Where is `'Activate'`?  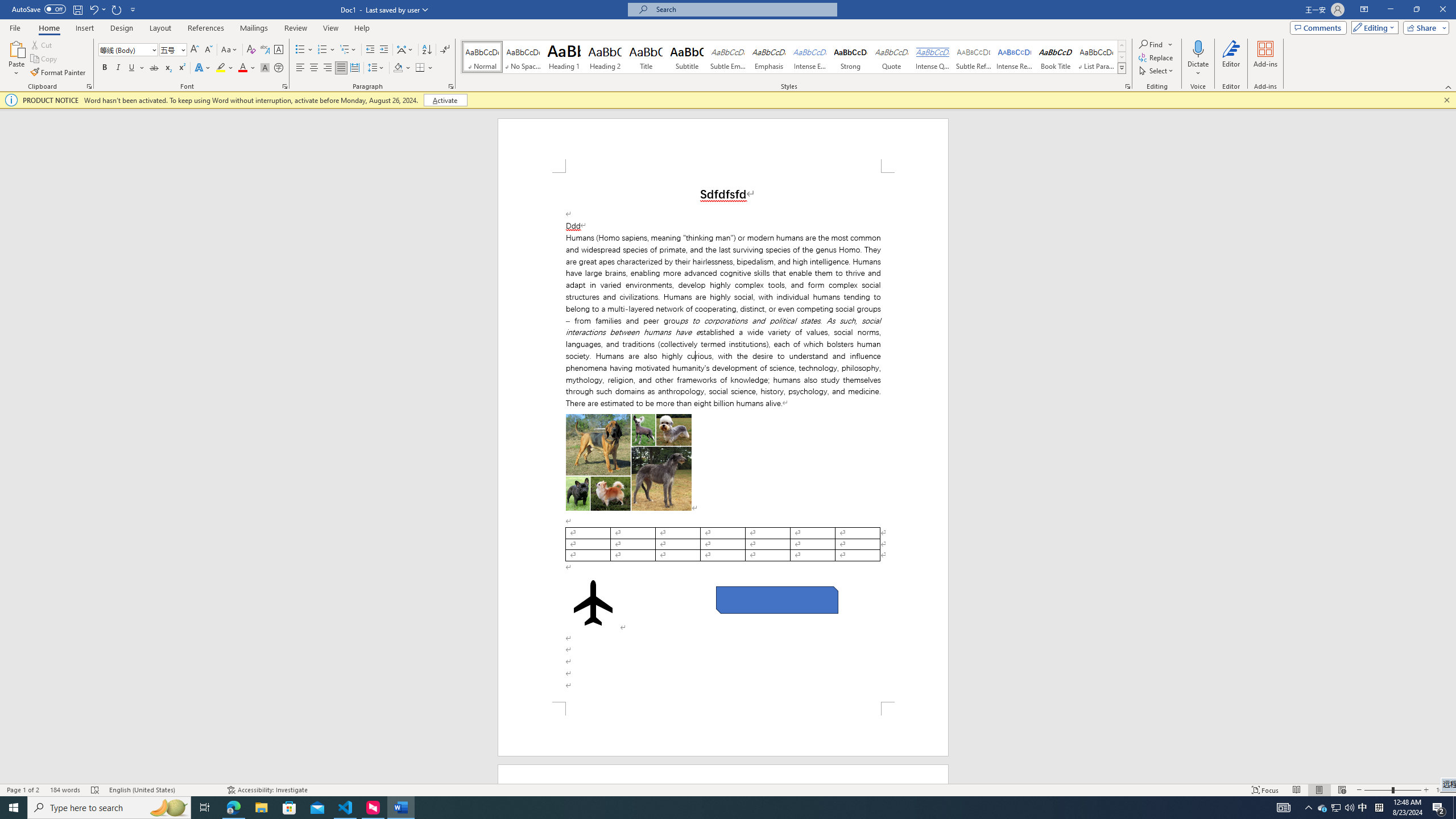
'Activate' is located at coordinates (445, 100).